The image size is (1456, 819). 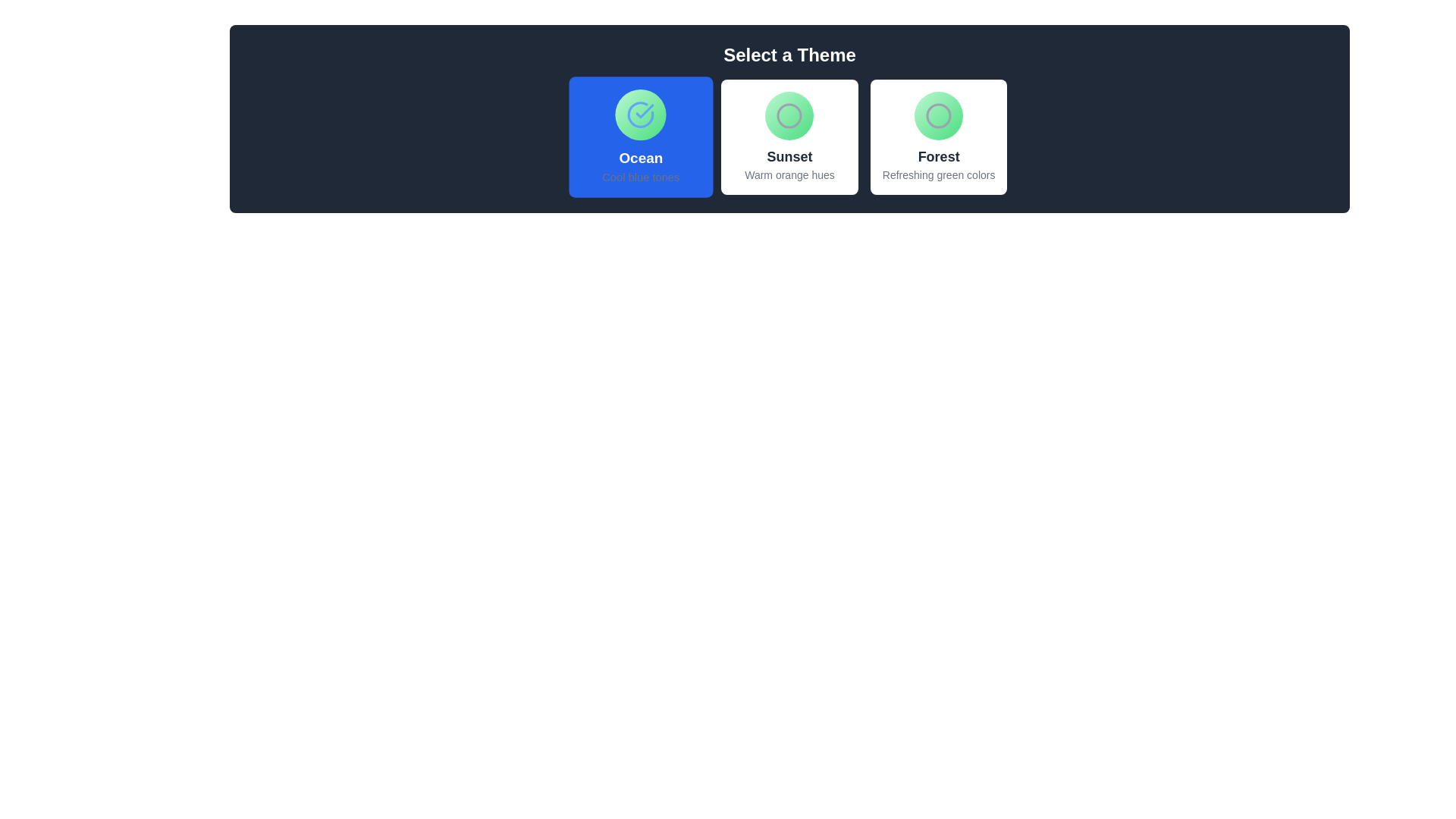 I want to click on the descriptive text label for the option labeled 'Sunset', which is located below the 'Sunset' text label within the center card of the three horizontally aligned option cards, so click(x=789, y=174).